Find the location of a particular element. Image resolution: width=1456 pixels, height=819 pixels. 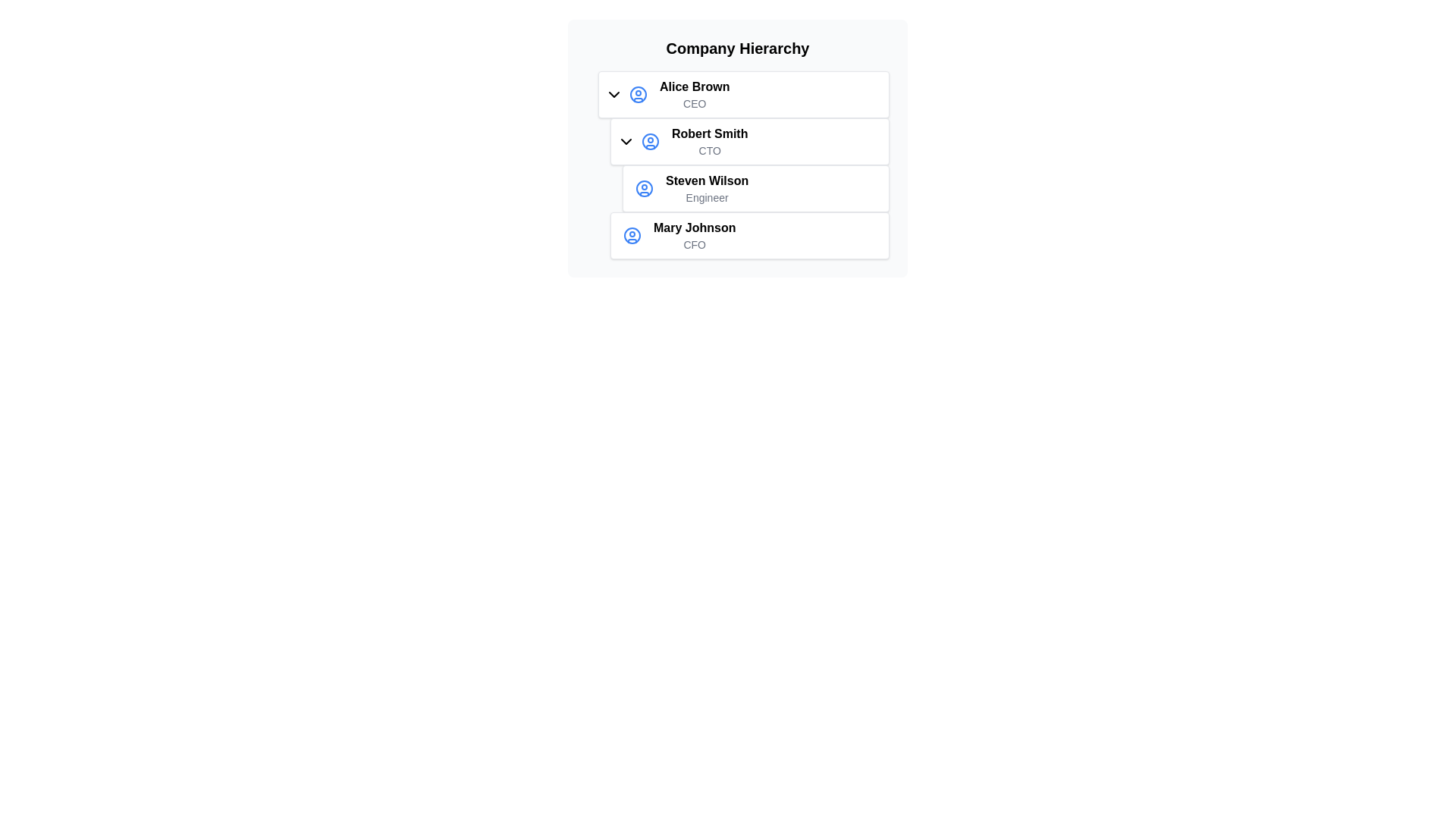

text label displaying 'Mary Johnson', which represents a person in the Company Hierarchy list as the CFO is located at coordinates (694, 227).